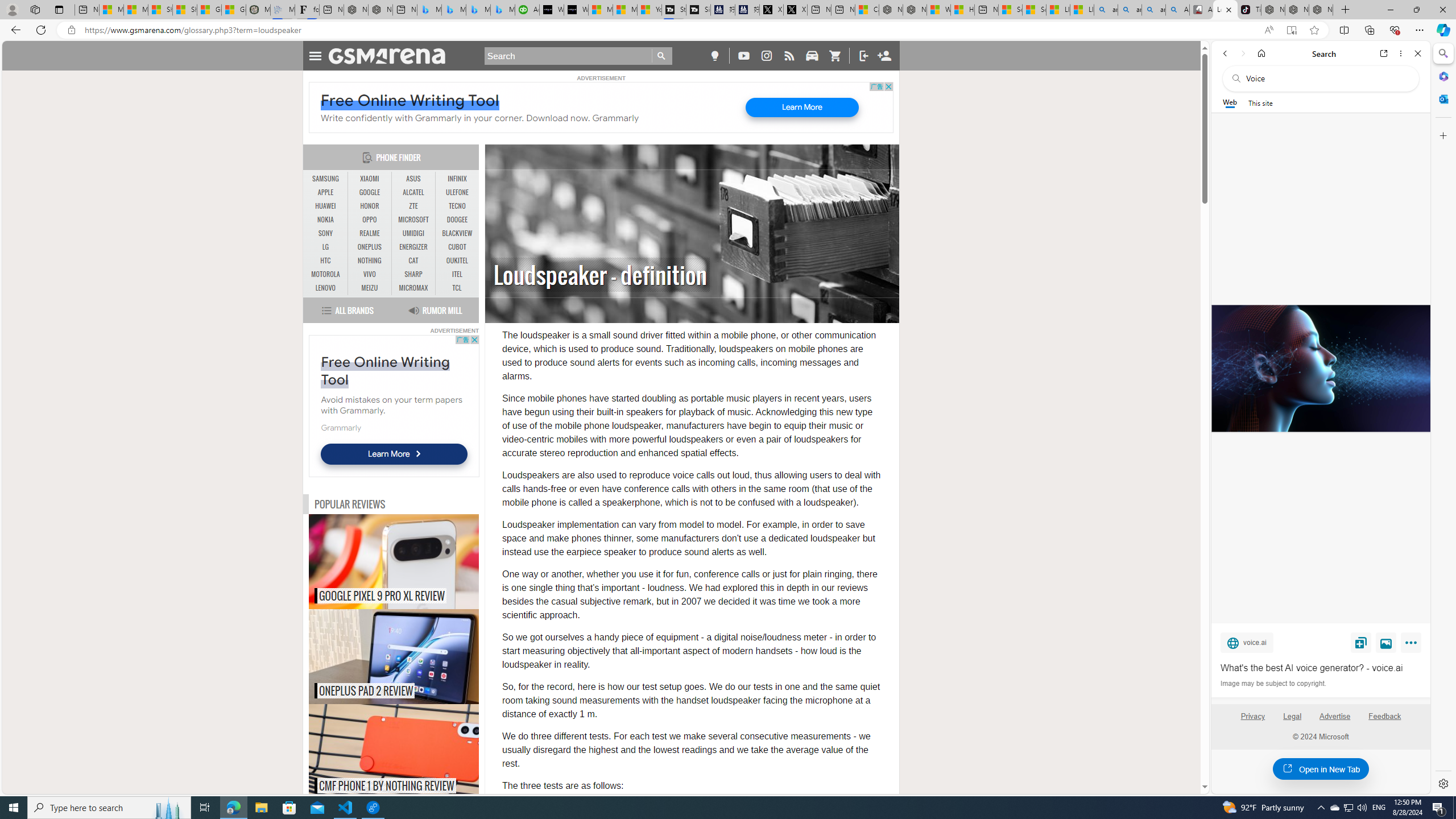  What do you see at coordinates (453, 9) in the screenshot?
I see `'Microsoft Bing Travel - Stays in Bangkok, Bangkok, Thailand'` at bounding box center [453, 9].